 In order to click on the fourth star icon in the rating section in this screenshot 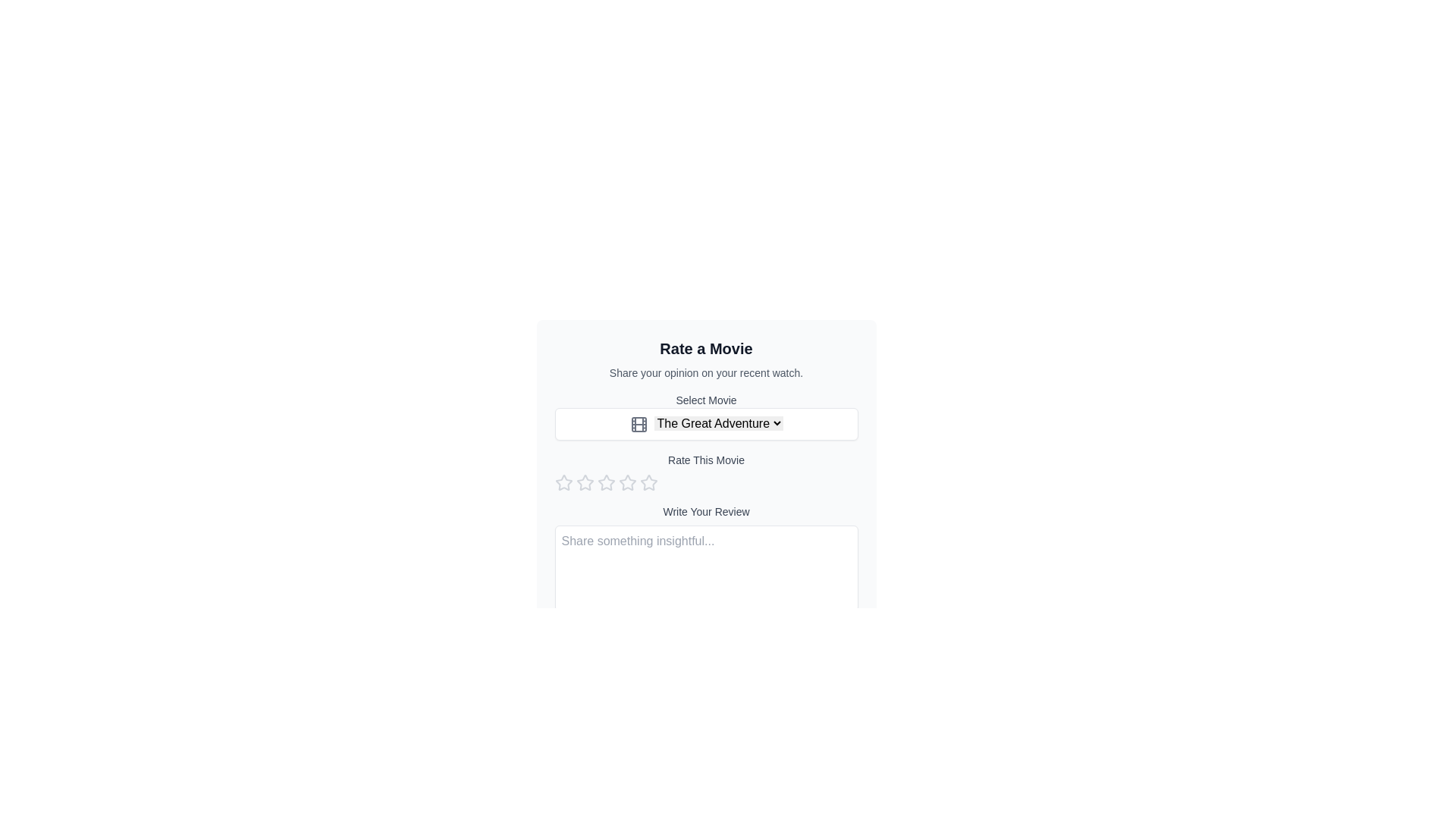, I will do `click(648, 482)`.